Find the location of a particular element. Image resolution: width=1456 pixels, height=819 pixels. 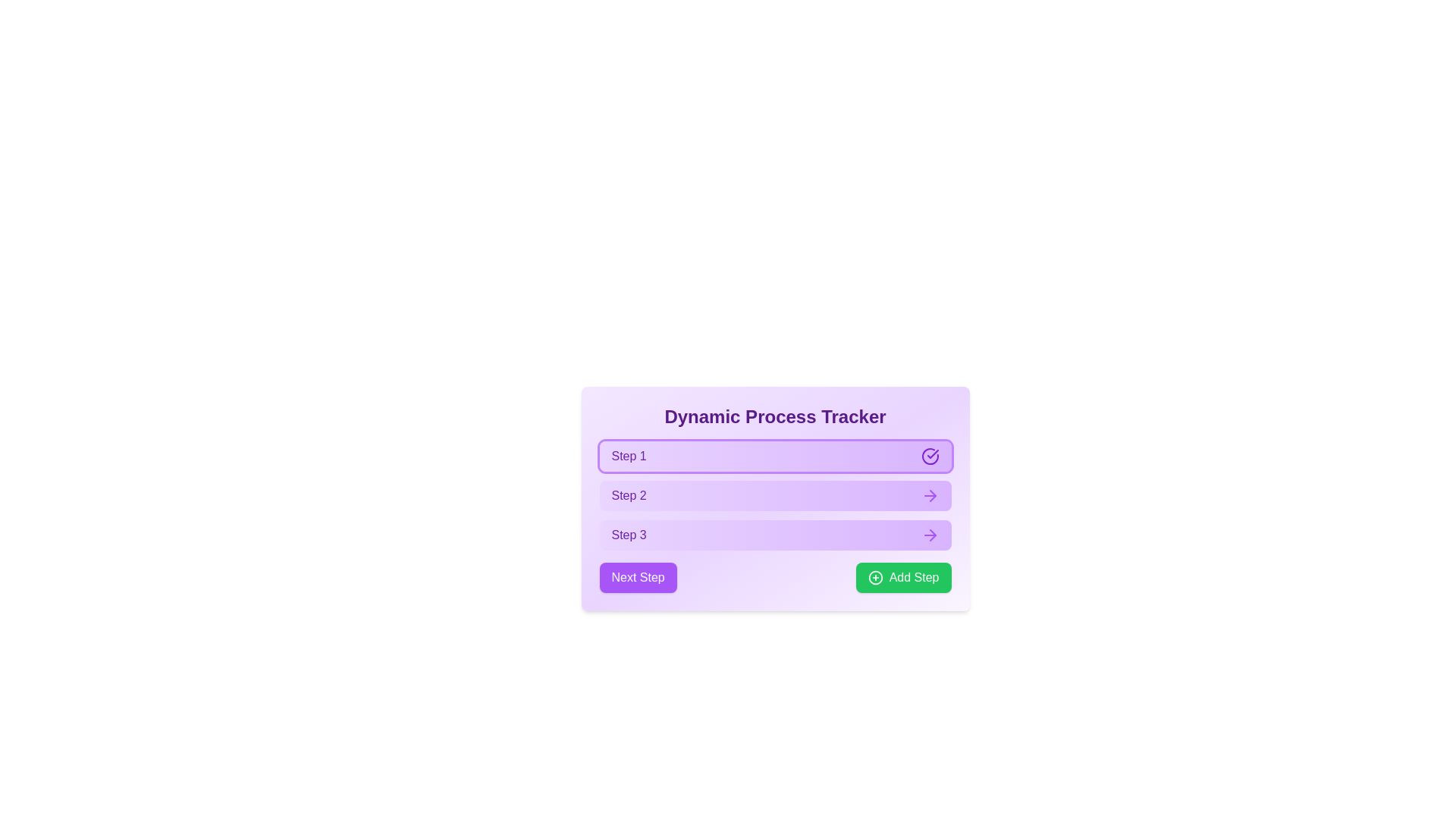

the purple checkmark icon located in the top-right corner of the 'Step 1' field within the Dynamic Process Tracker interface to confirm or mark something is located at coordinates (931, 453).